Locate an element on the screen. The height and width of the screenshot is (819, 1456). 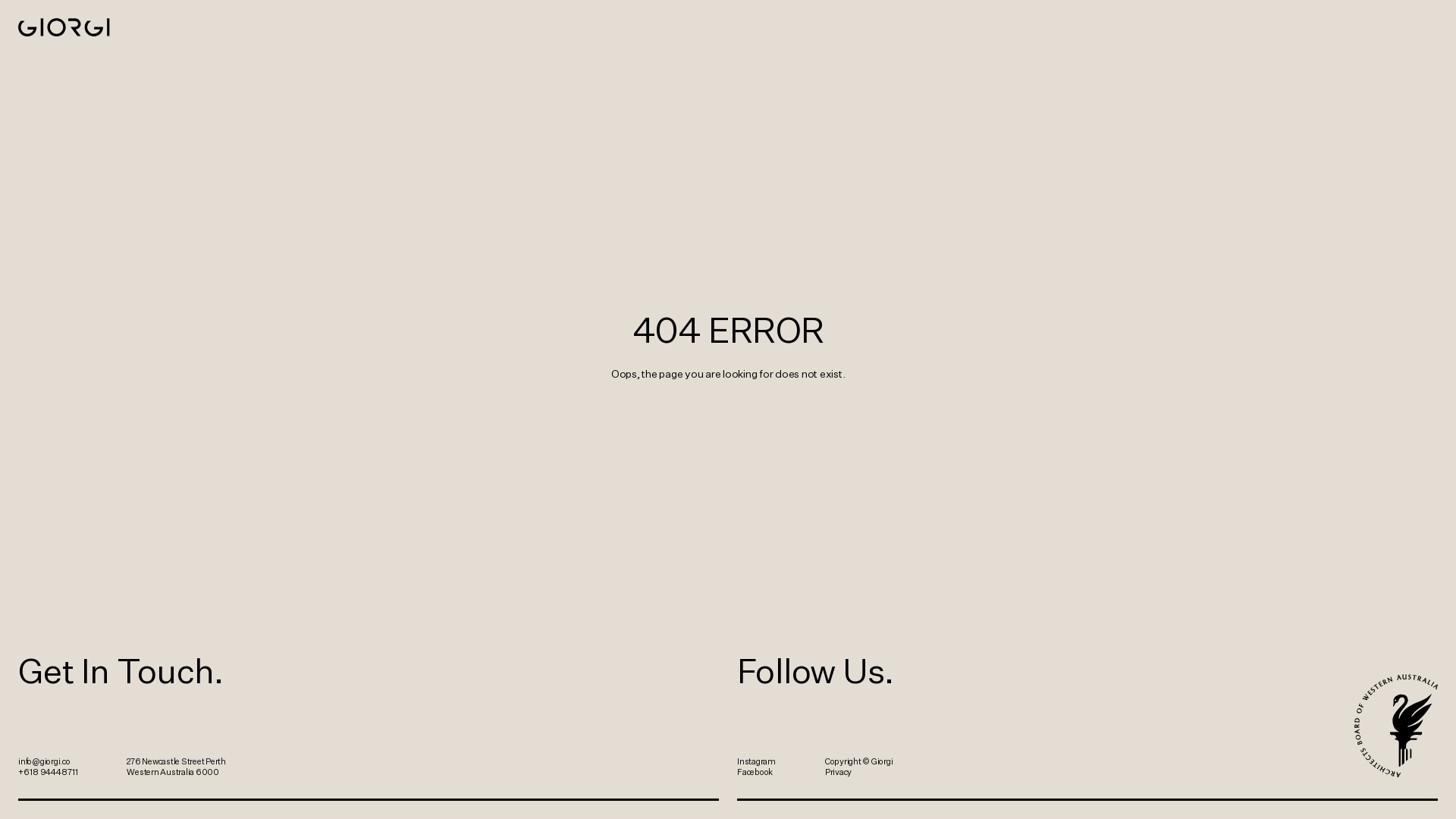
'+61 8 9444 8711' is located at coordinates (47, 771).